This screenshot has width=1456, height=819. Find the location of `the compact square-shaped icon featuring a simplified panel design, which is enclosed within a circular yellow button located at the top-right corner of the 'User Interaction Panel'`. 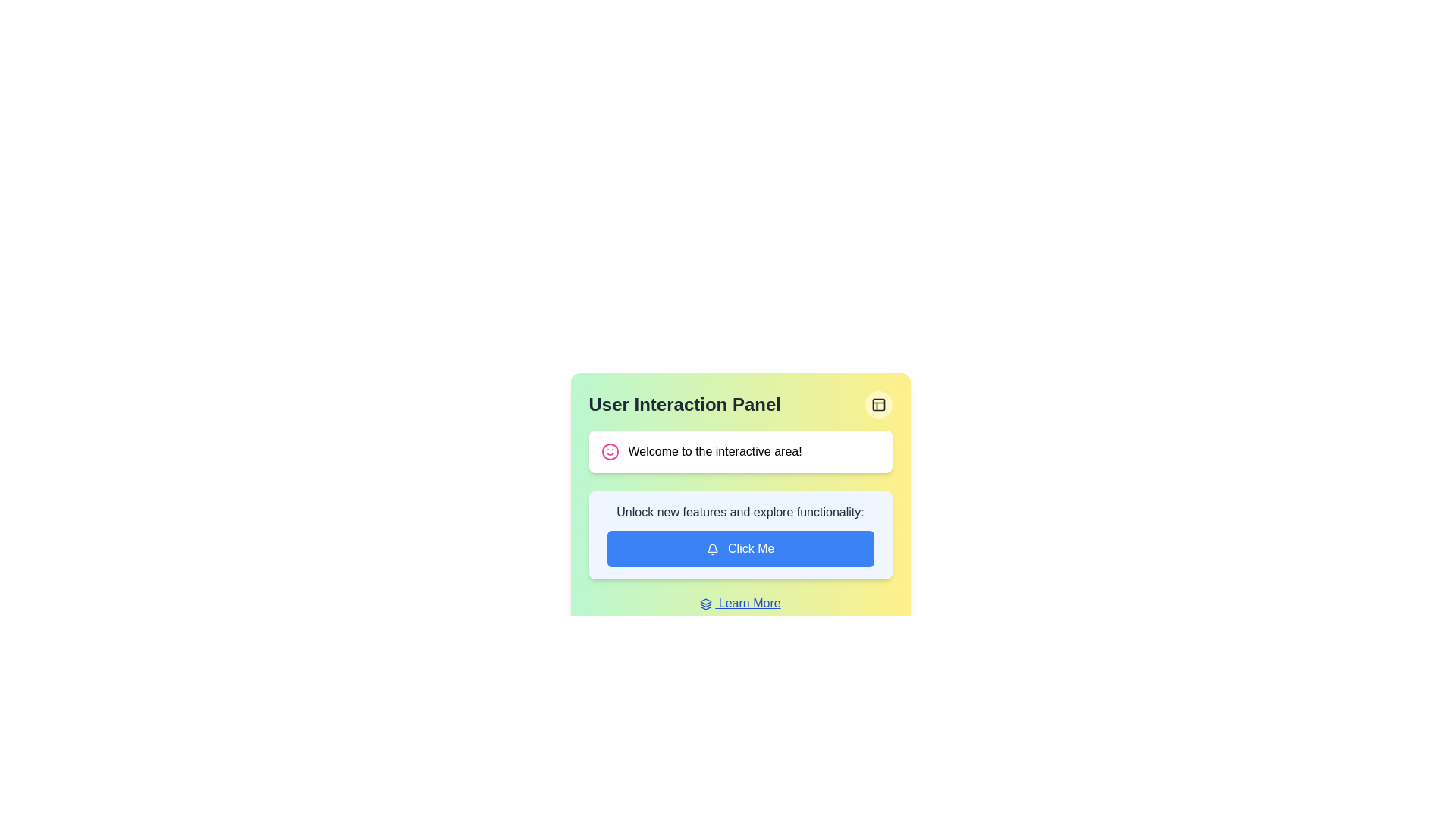

the compact square-shaped icon featuring a simplified panel design, which is enclosed within a circular yellow button located at the top-right corner of the 'User Interaction Panel' is located at coordinates (878, 403).